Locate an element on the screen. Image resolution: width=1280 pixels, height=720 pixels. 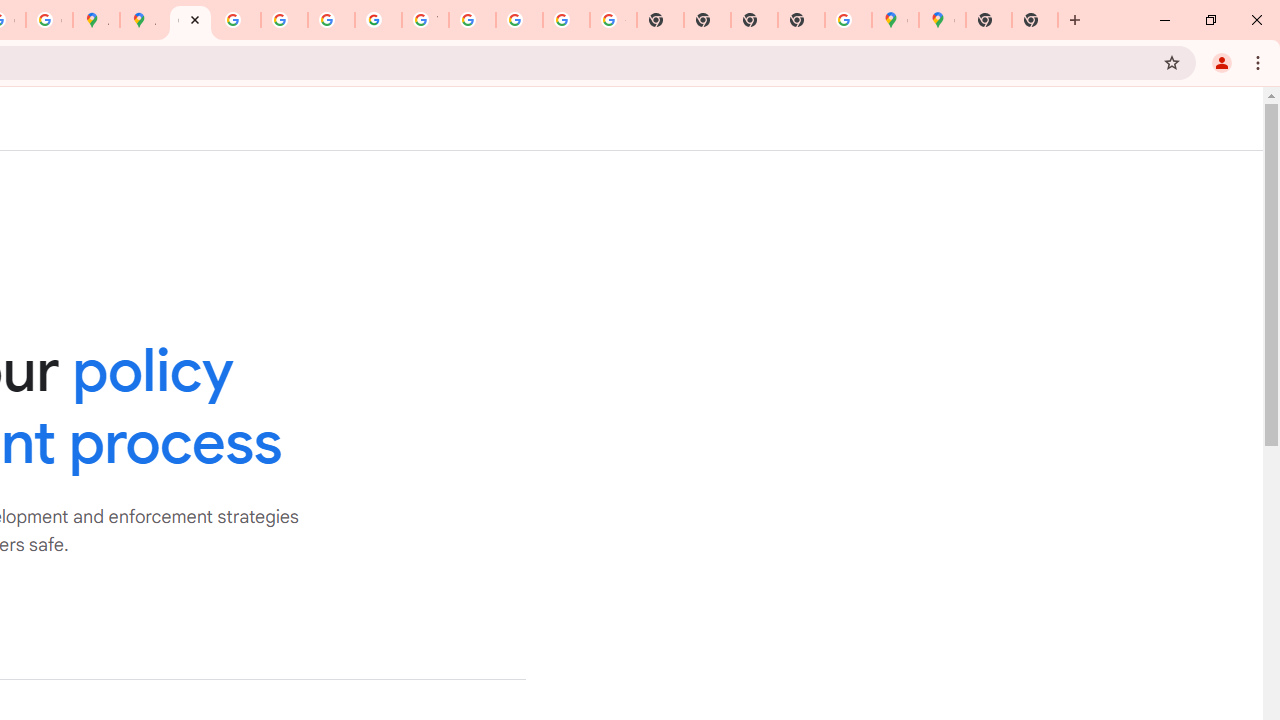
'Google Maps' is located at coordinates (894, 20).